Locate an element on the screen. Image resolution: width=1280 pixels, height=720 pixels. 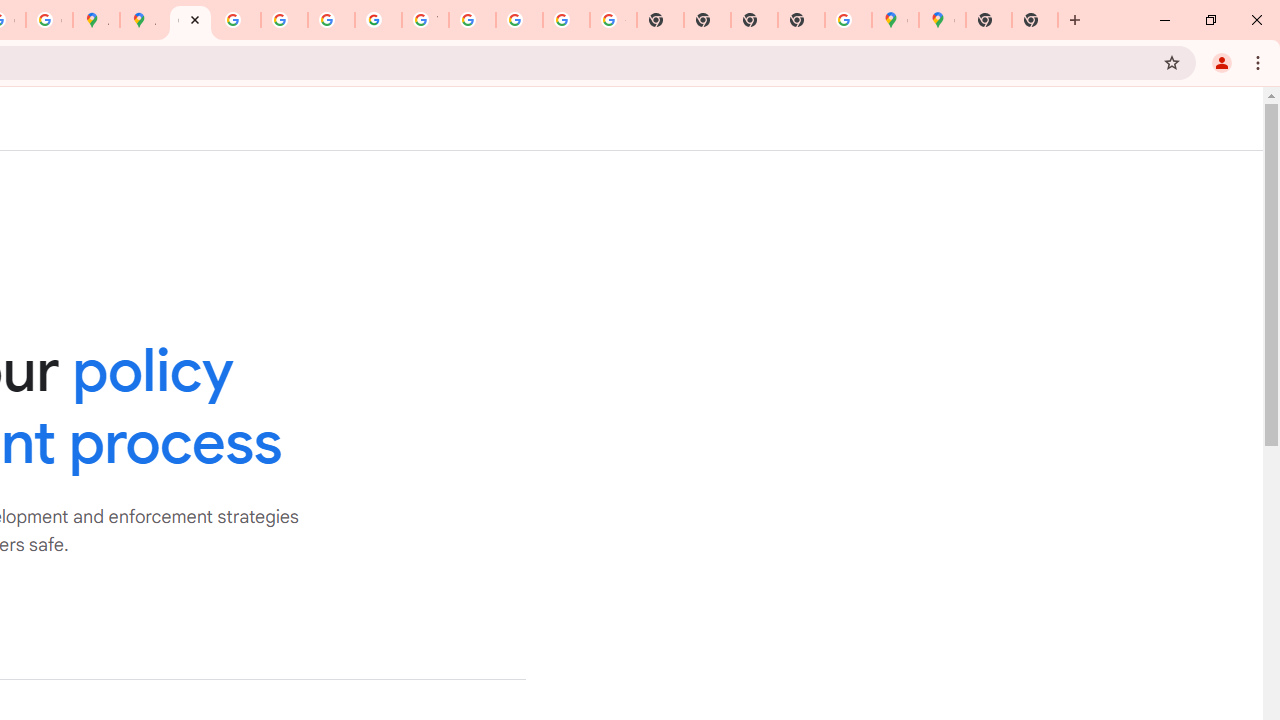
'Google Maps' is located at coordinates (894, 20).